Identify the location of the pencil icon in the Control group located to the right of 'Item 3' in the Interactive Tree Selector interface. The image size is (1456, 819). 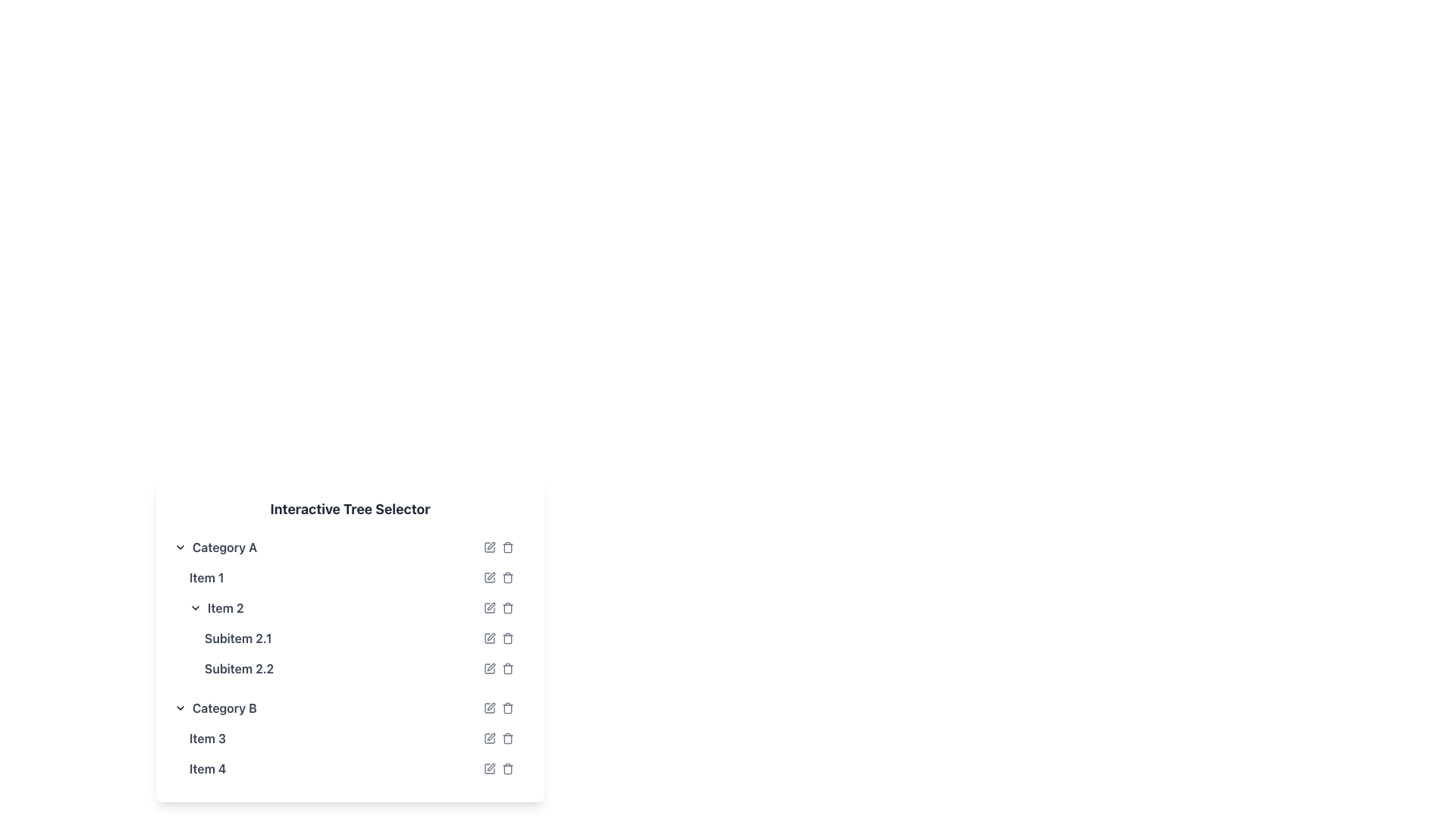
(498, 738).